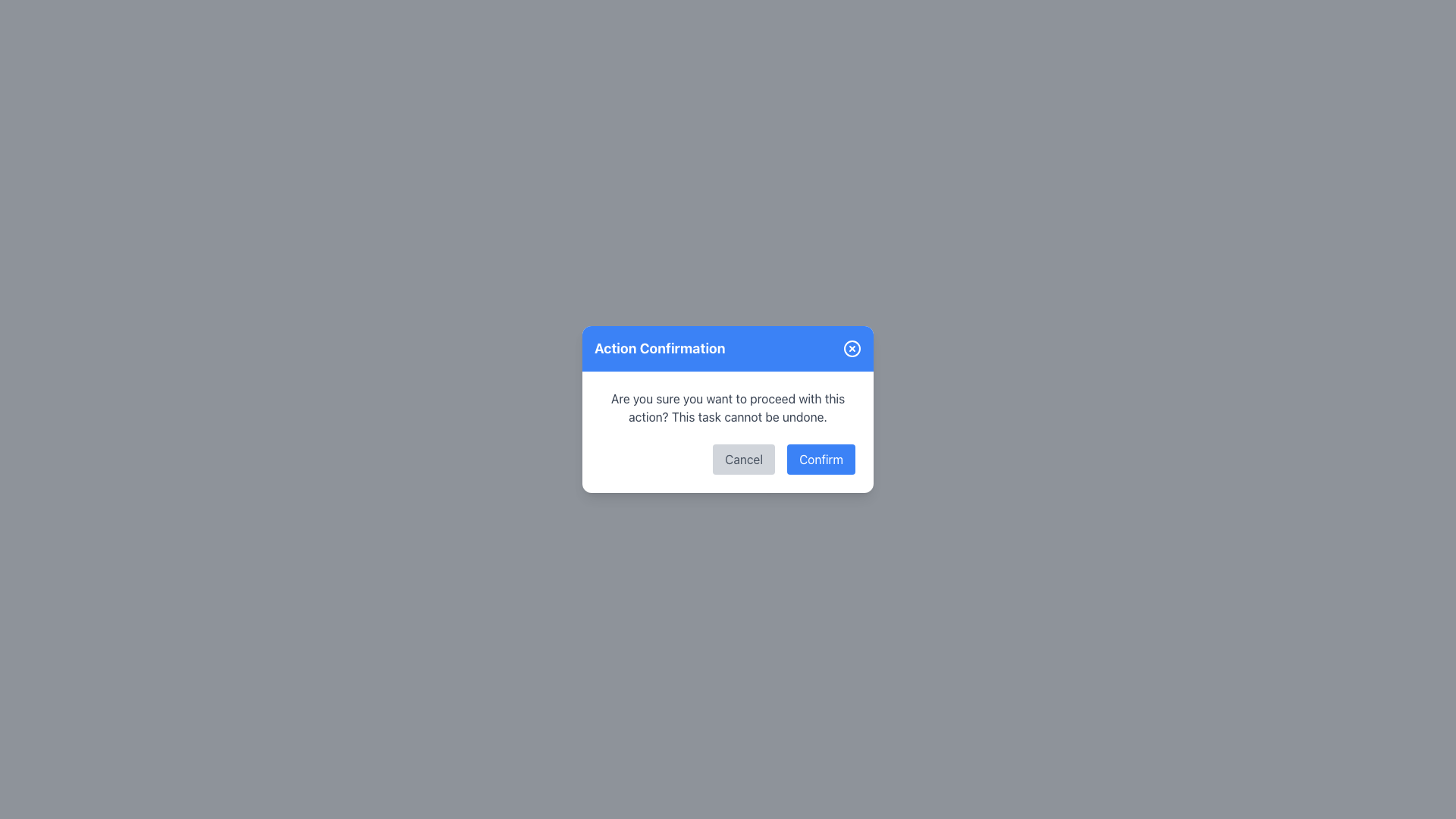  I want to click on the circular close icon with a cross mark located at the top right corner of the 'Action Confirmation' dialog window, so click(852, 348).